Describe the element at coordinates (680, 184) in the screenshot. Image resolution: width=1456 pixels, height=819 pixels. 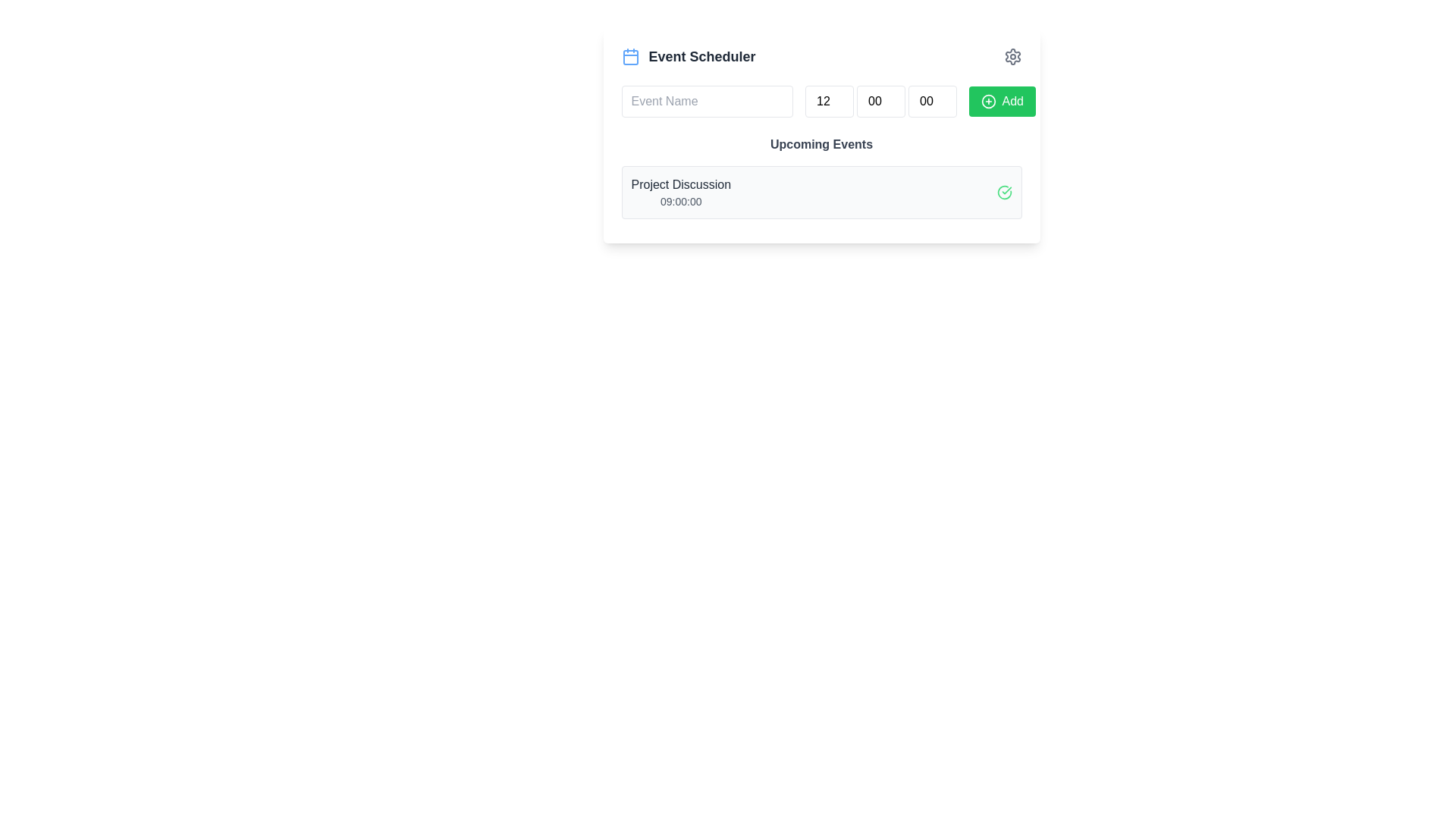
I see `the static text label displaying the title or name of a scheduled event located under the 'Upcoming Events' heading` at that location.